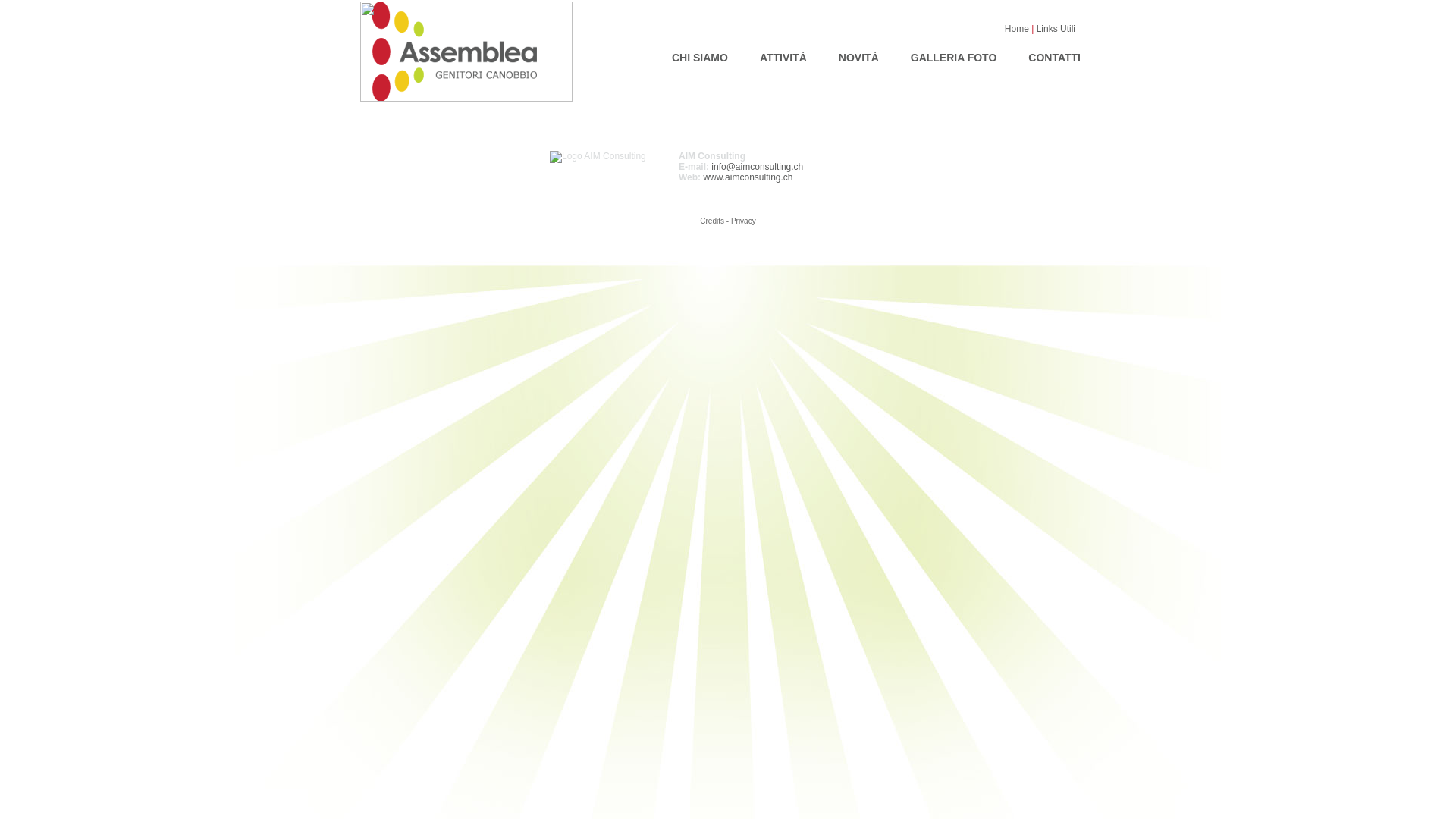 The width and height of the screenshot is (1456, 819). What do you see at coordinates (465, 99) in the screenshot?
I see `'AGC - Assemblea Genitori Canobbio'` at bounding box center [465, 99].